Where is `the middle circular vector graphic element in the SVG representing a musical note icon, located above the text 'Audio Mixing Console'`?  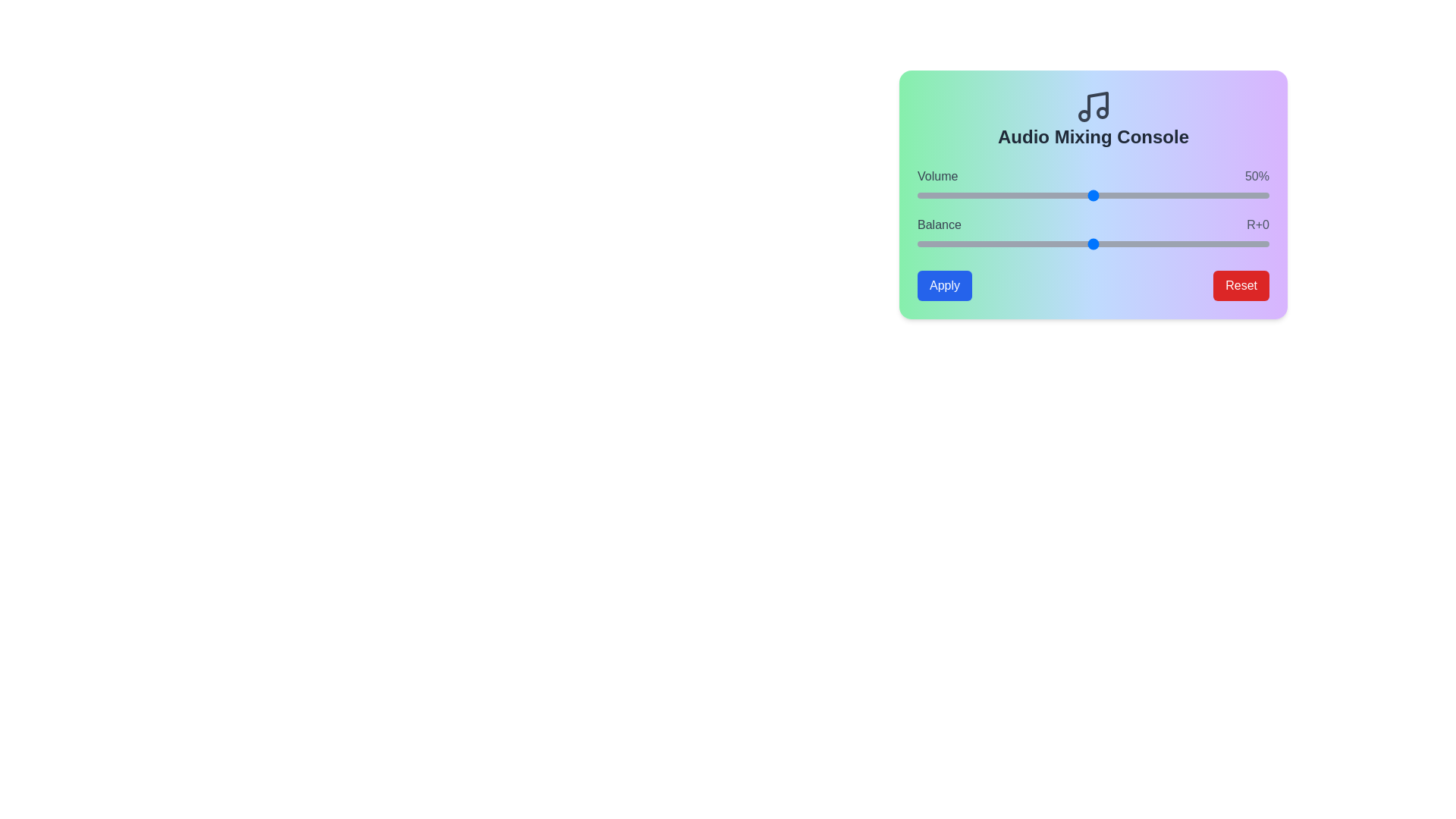 the middle circular vector graphic element in the SVG representing a musical note icon, located above the text 'Audio Mixing Console' is located at coordinates (1084, 115).